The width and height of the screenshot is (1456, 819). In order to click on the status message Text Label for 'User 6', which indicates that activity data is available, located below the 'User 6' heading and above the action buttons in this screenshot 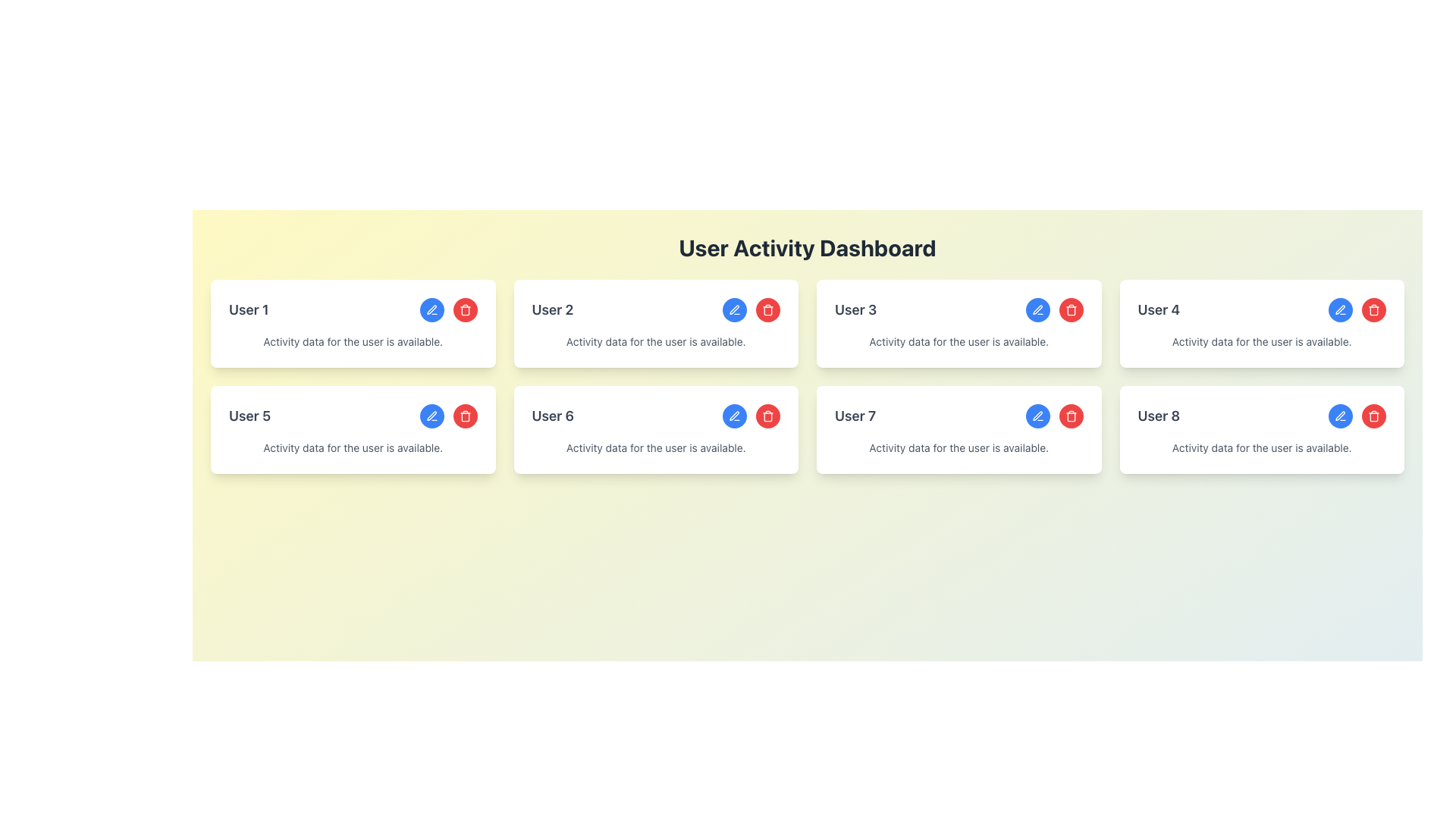, I will do `click(656, 447)`.